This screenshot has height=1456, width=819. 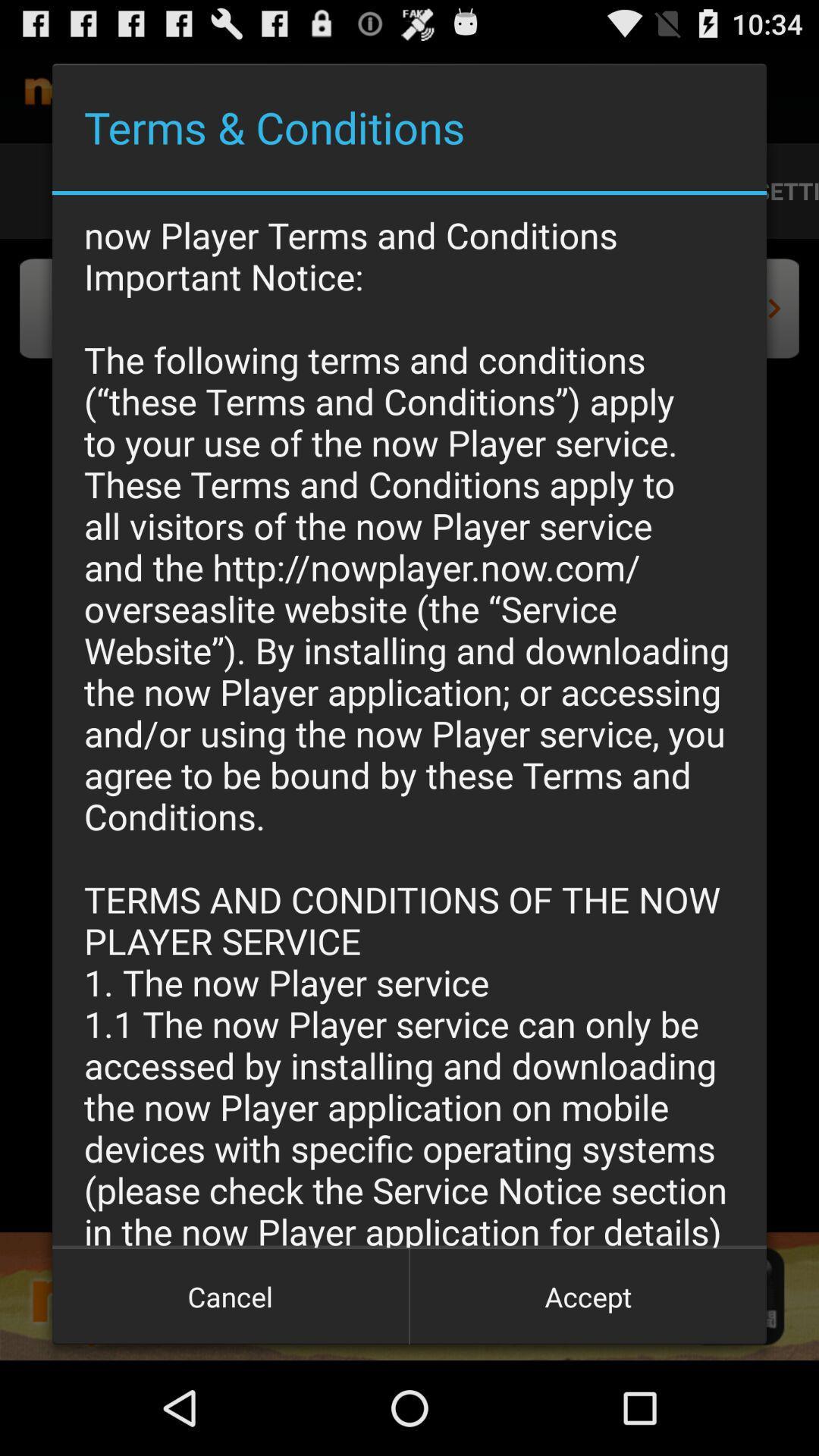 I want to click on accept, so click(x=587, y=1295).